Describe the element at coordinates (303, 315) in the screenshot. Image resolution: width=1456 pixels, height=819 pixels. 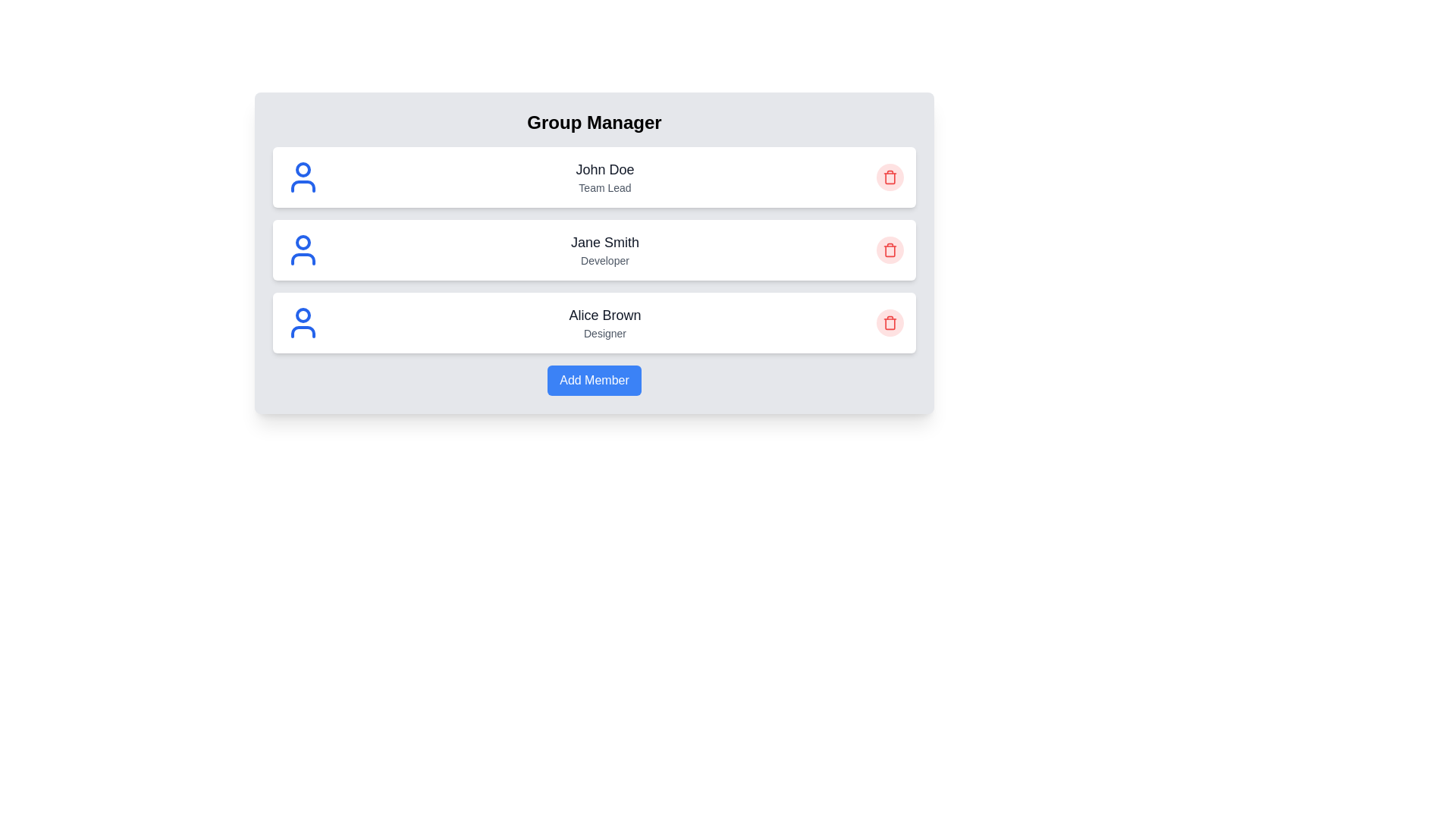
I see `the circular icon representing the user avatar in the third user card from the top in the user group list` at that location.